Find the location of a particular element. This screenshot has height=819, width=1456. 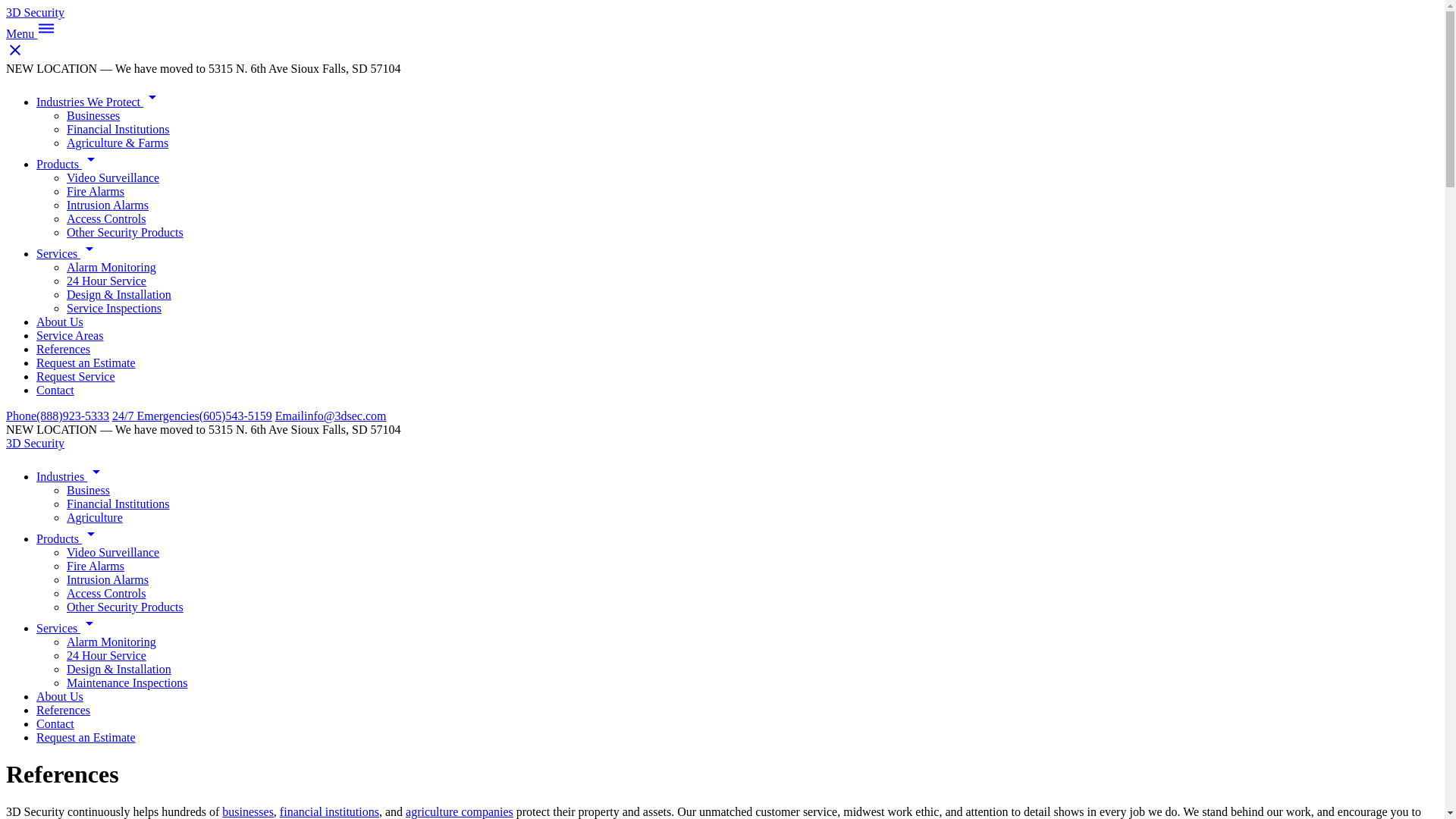

'3D Security' is located at coordinates (6, 12).